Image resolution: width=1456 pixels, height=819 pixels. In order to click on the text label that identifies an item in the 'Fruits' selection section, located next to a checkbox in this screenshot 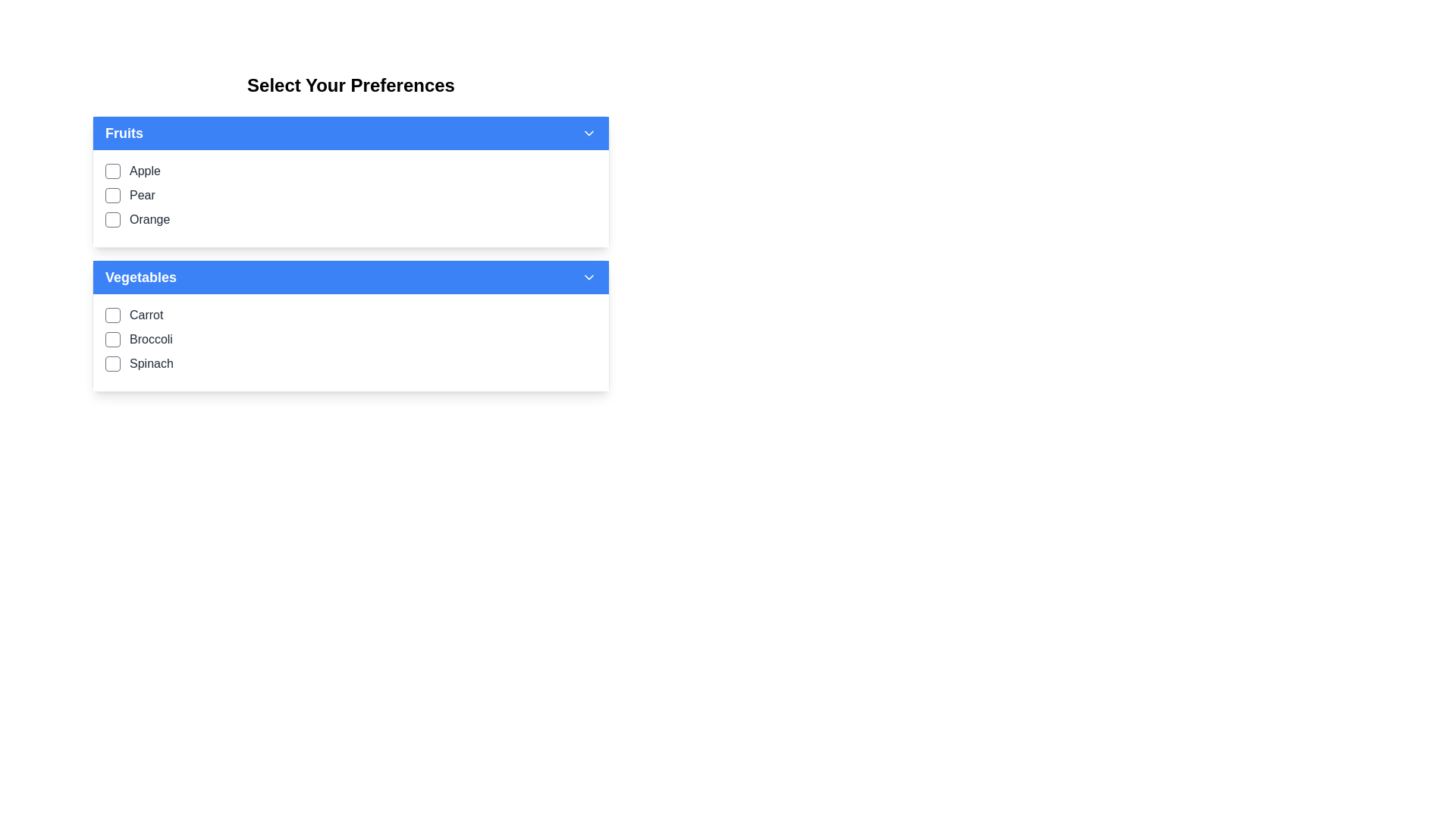, I will do `click(149, 219)`.